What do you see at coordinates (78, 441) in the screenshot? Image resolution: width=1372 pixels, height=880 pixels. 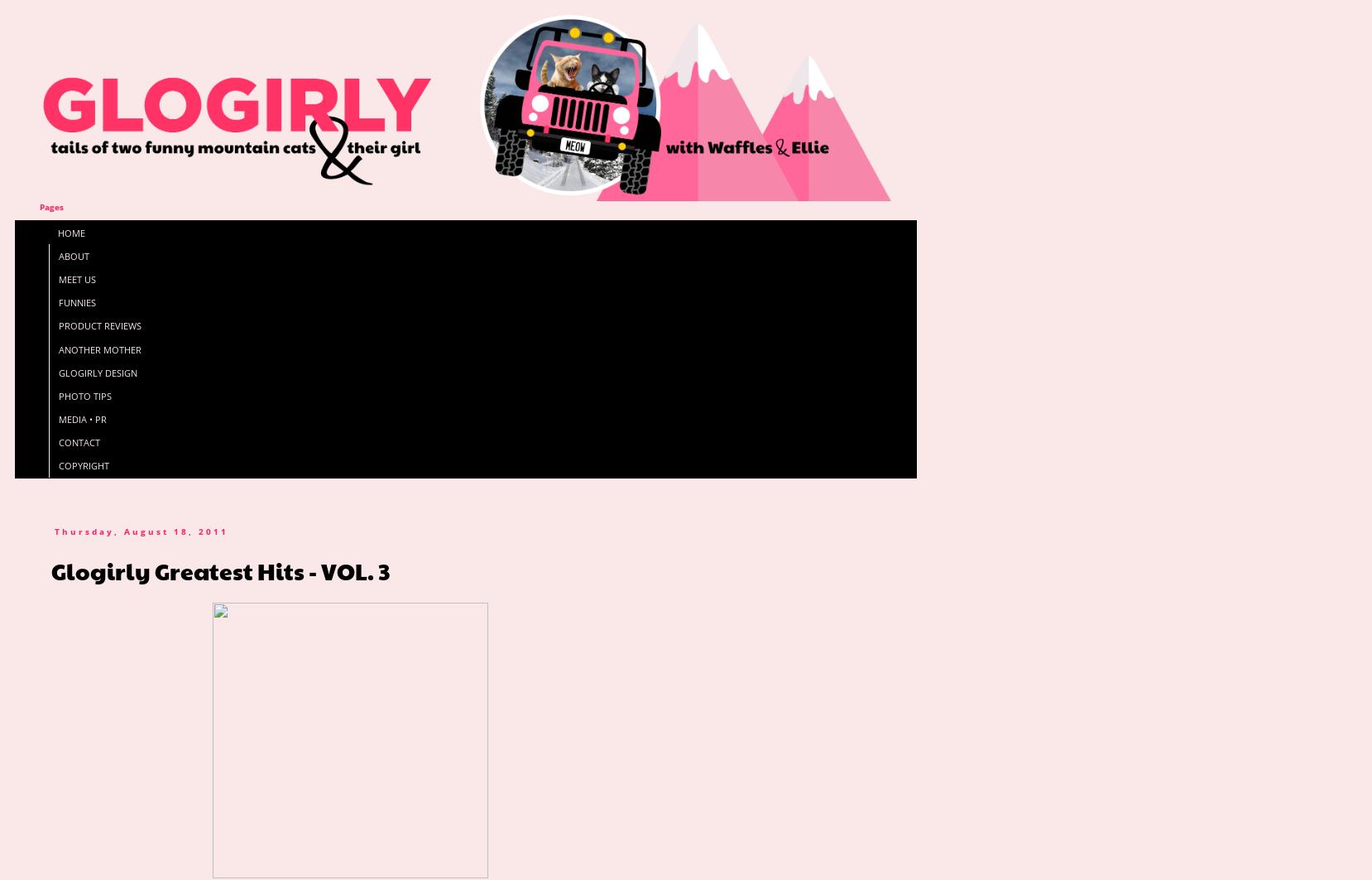 I see `'CONTACT'` at bounding box center [78, 441].